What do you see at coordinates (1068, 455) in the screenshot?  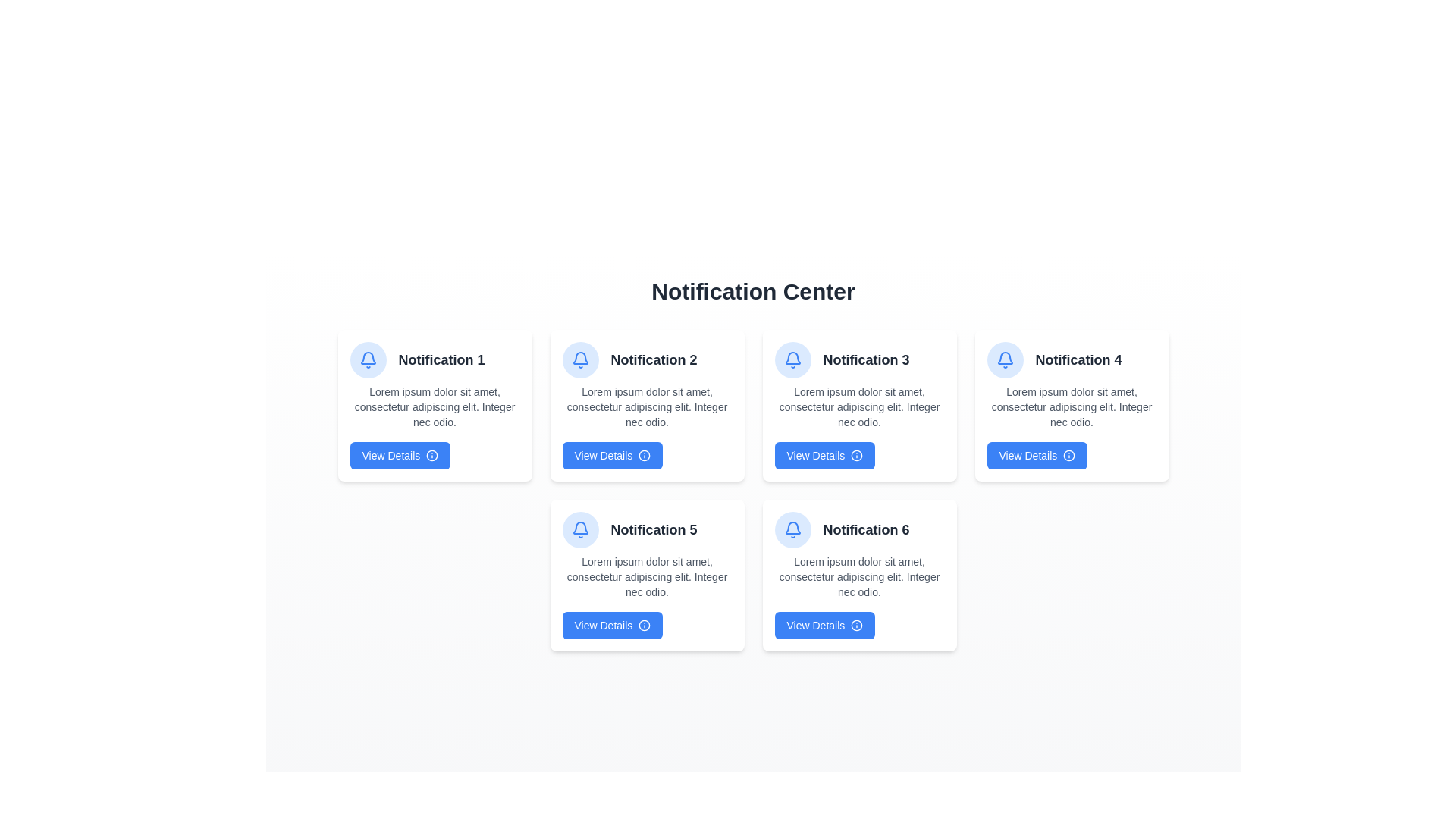 I see `the small circular information icon with a blue stroke and white background located within the 'View Details' button of the notification card labeled 'Notification 4'` at bounding box center [1068, 455].